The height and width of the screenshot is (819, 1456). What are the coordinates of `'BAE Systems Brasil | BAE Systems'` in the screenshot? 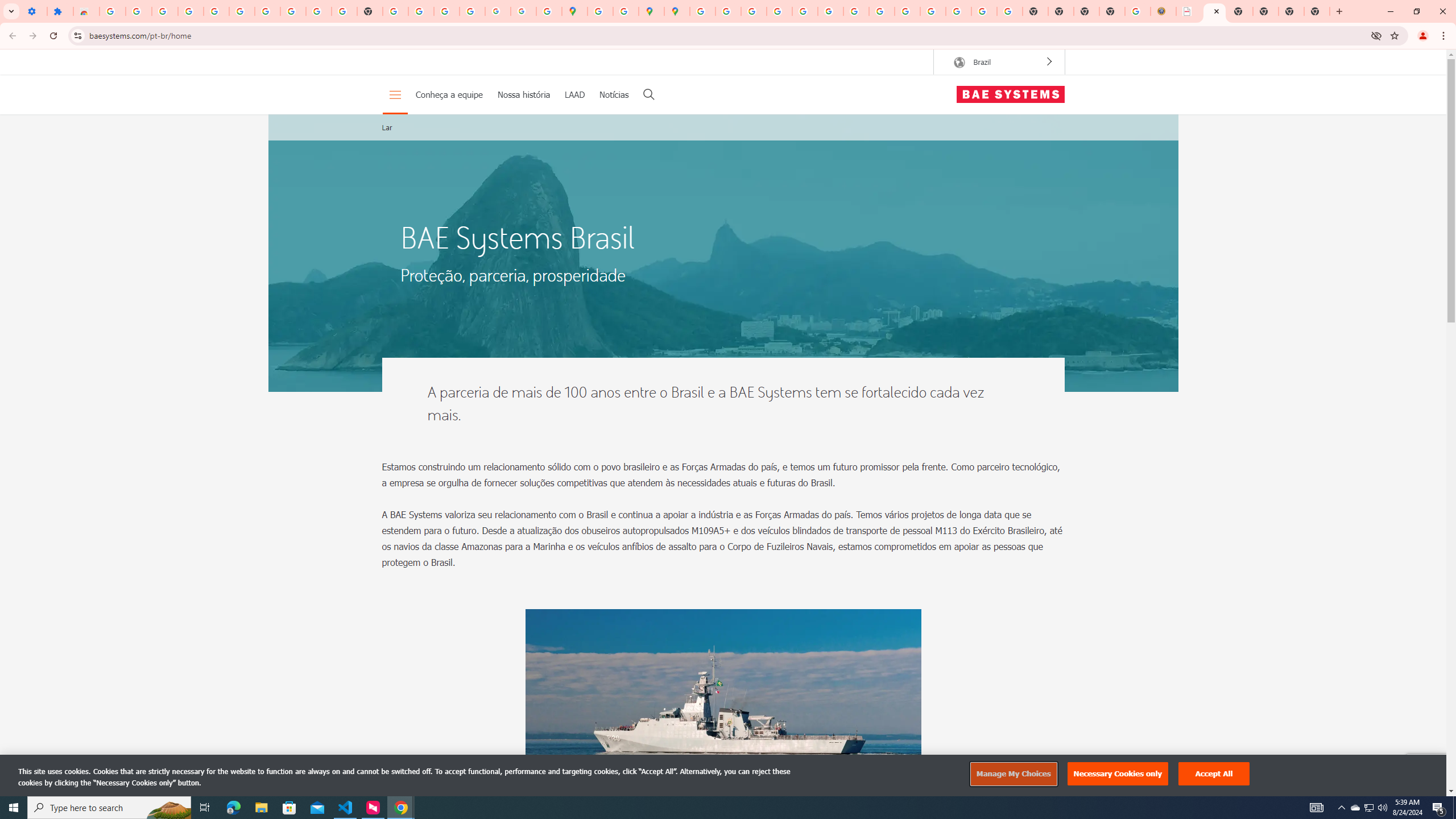 It's located at (1214, 11).